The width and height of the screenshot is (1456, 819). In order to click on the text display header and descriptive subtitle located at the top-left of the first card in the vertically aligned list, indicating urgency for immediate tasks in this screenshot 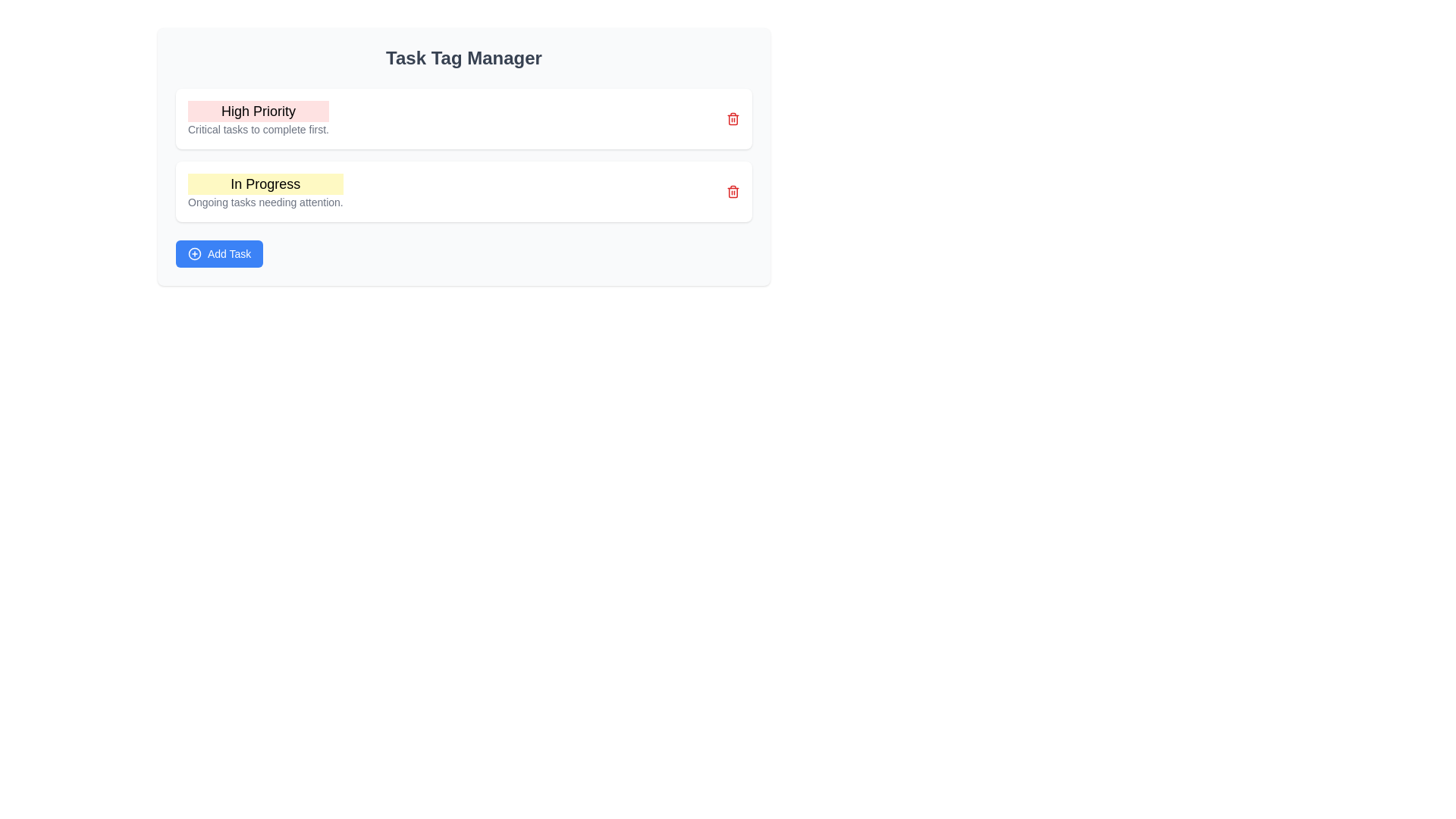, I will do `click(258, 118)`.